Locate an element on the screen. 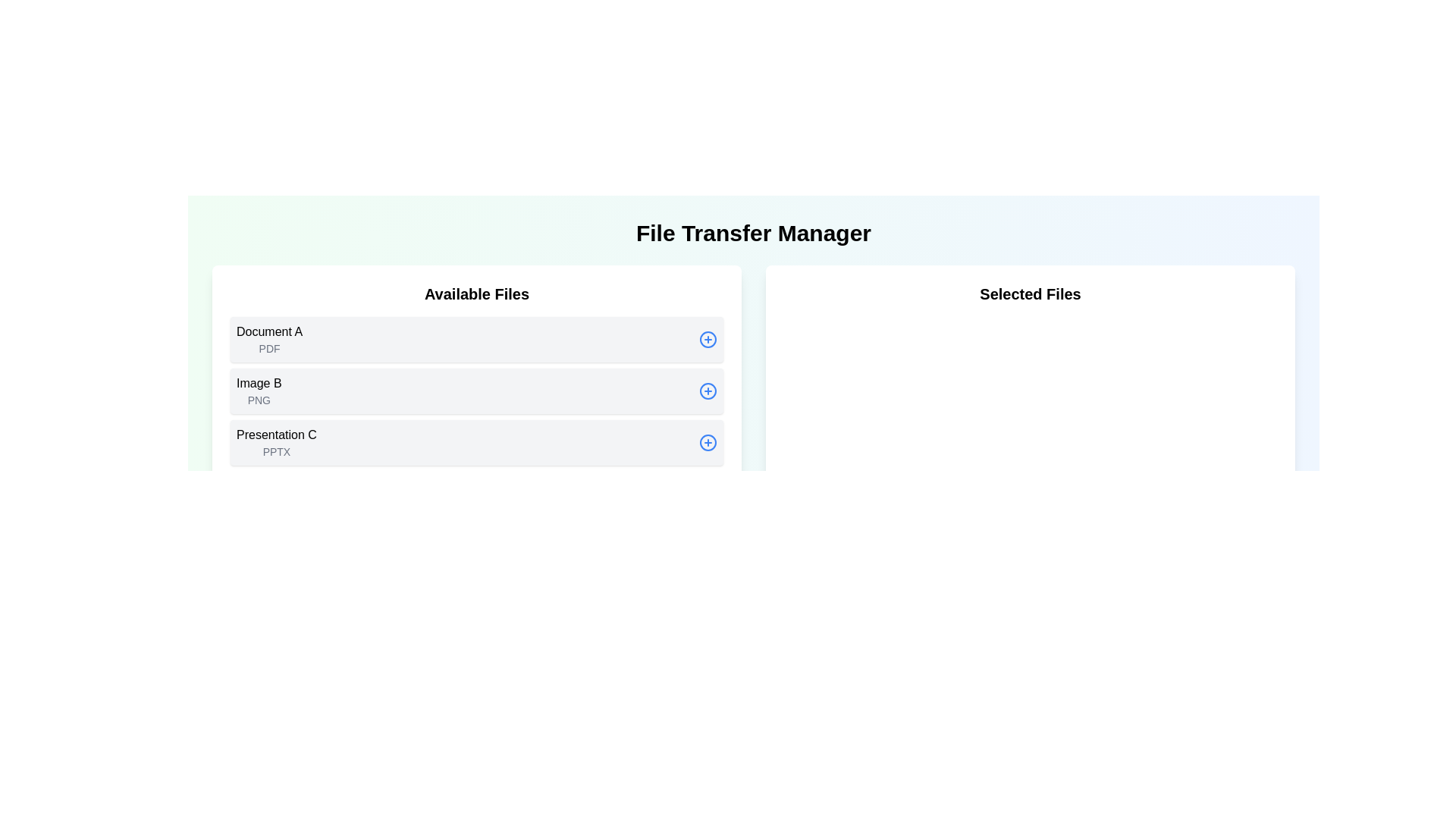 The image size is (1456, 819). text from the heading label located at the top-center of the white rectangular panel above the list of files is located at coordinates (475, 294).